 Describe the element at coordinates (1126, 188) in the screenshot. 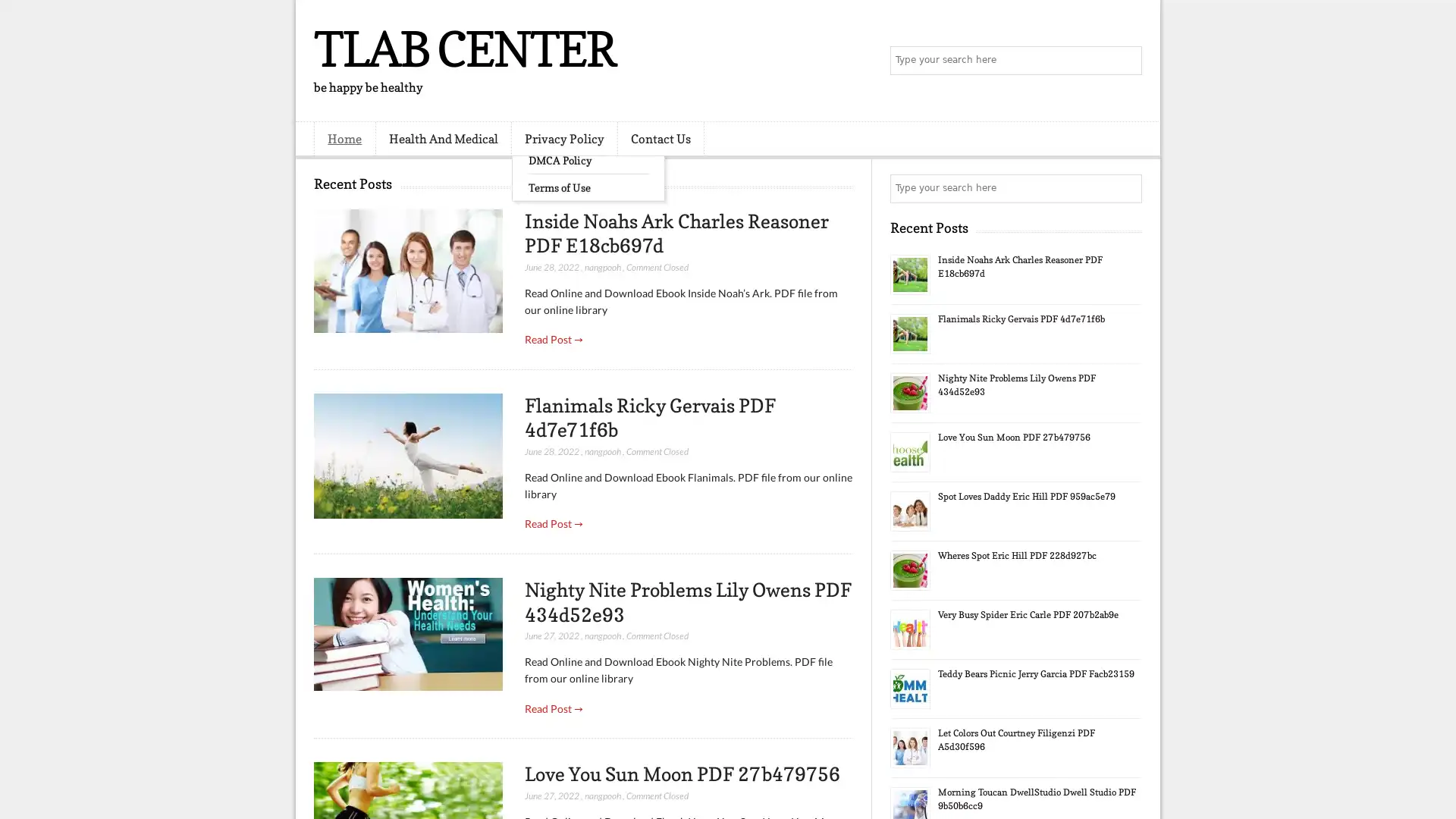

I see `Search` at that location.